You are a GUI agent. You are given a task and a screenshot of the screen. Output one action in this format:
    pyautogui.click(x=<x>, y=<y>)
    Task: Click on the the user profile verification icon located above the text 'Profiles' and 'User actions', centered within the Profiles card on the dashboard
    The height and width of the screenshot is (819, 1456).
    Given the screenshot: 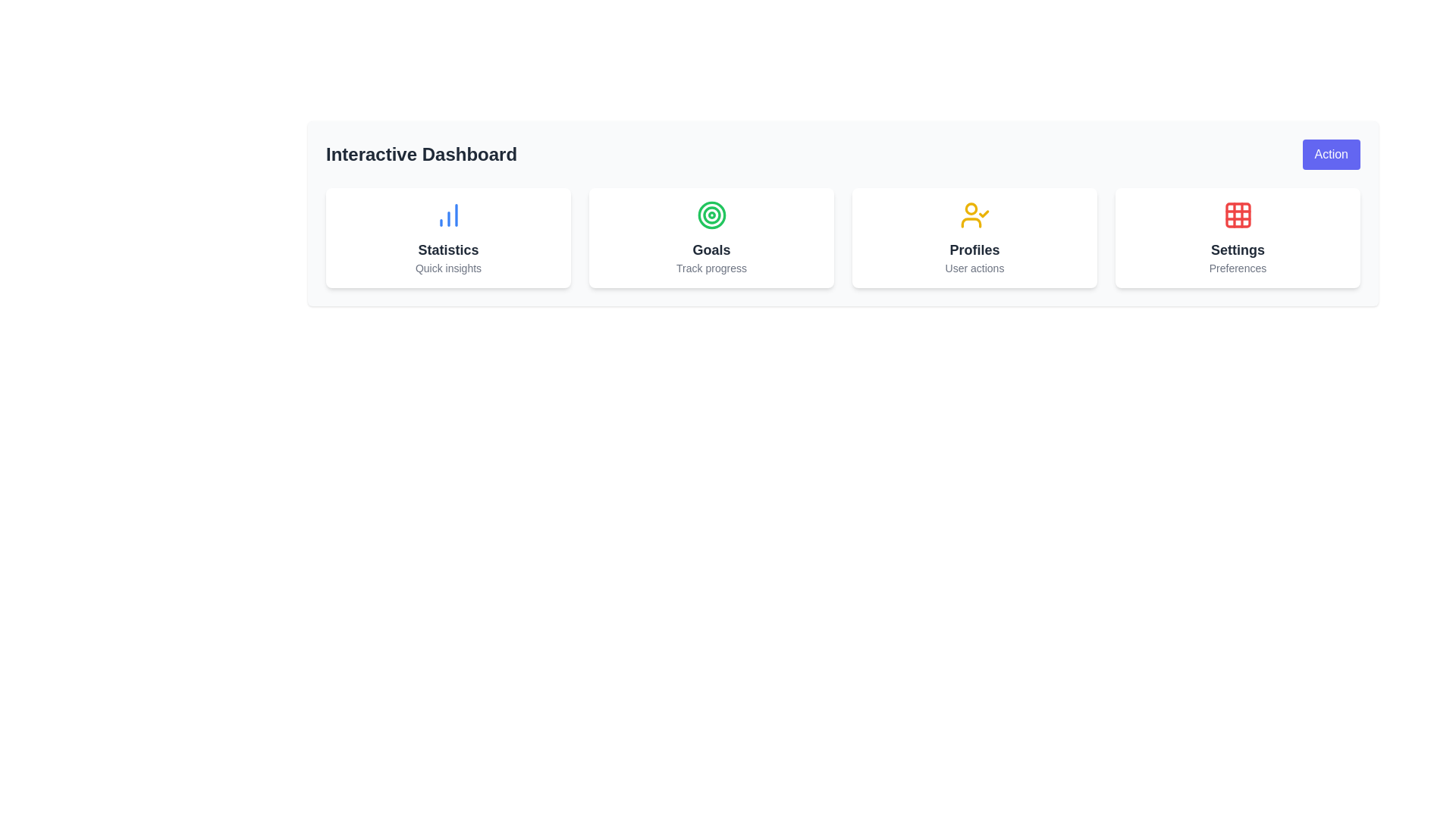 What is the action you would take?
    pyautogui.click(x=974, y=215)
    